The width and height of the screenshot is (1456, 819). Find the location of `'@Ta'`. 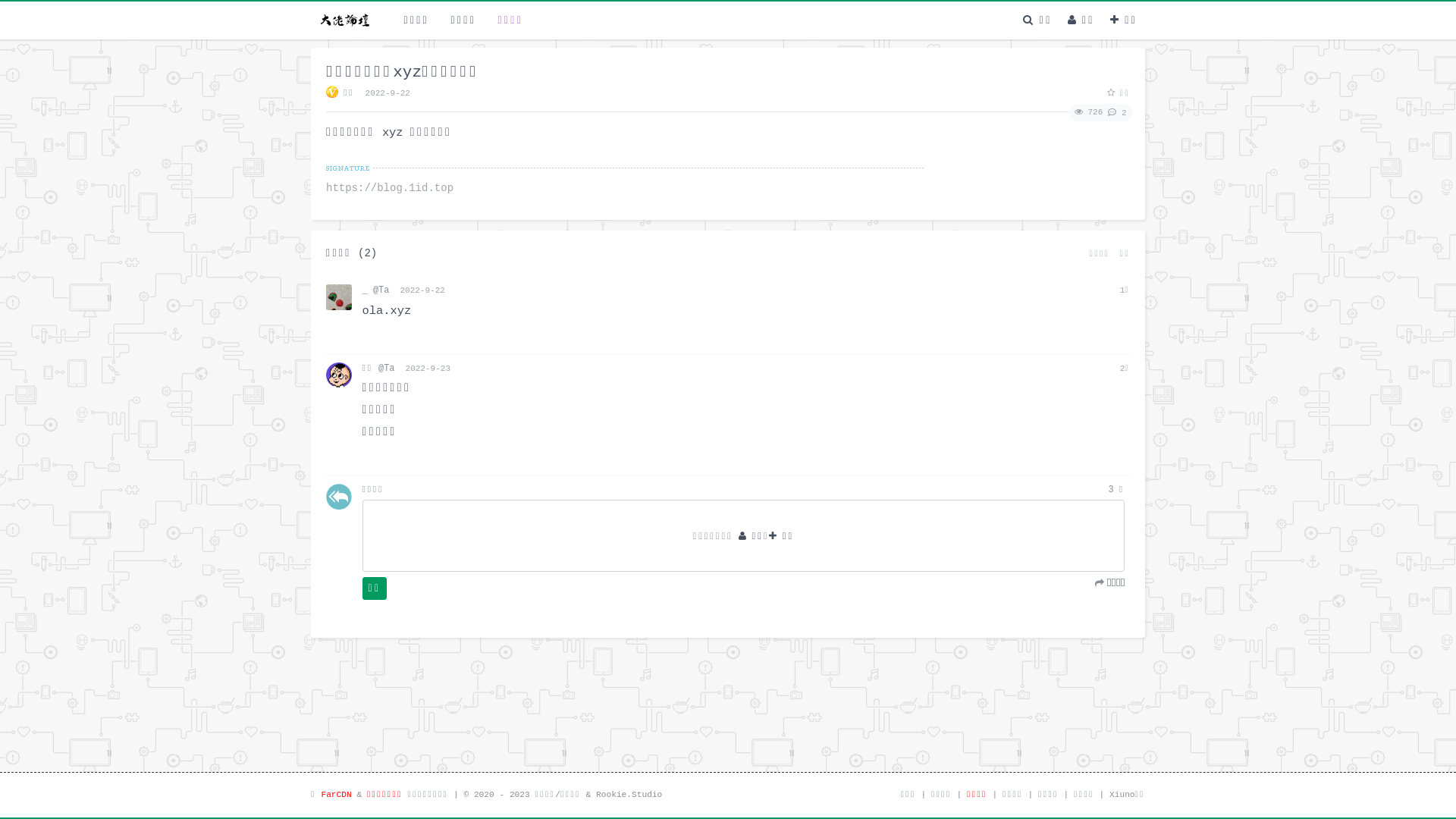

'@Ta' is located at coordinates (372, 290).